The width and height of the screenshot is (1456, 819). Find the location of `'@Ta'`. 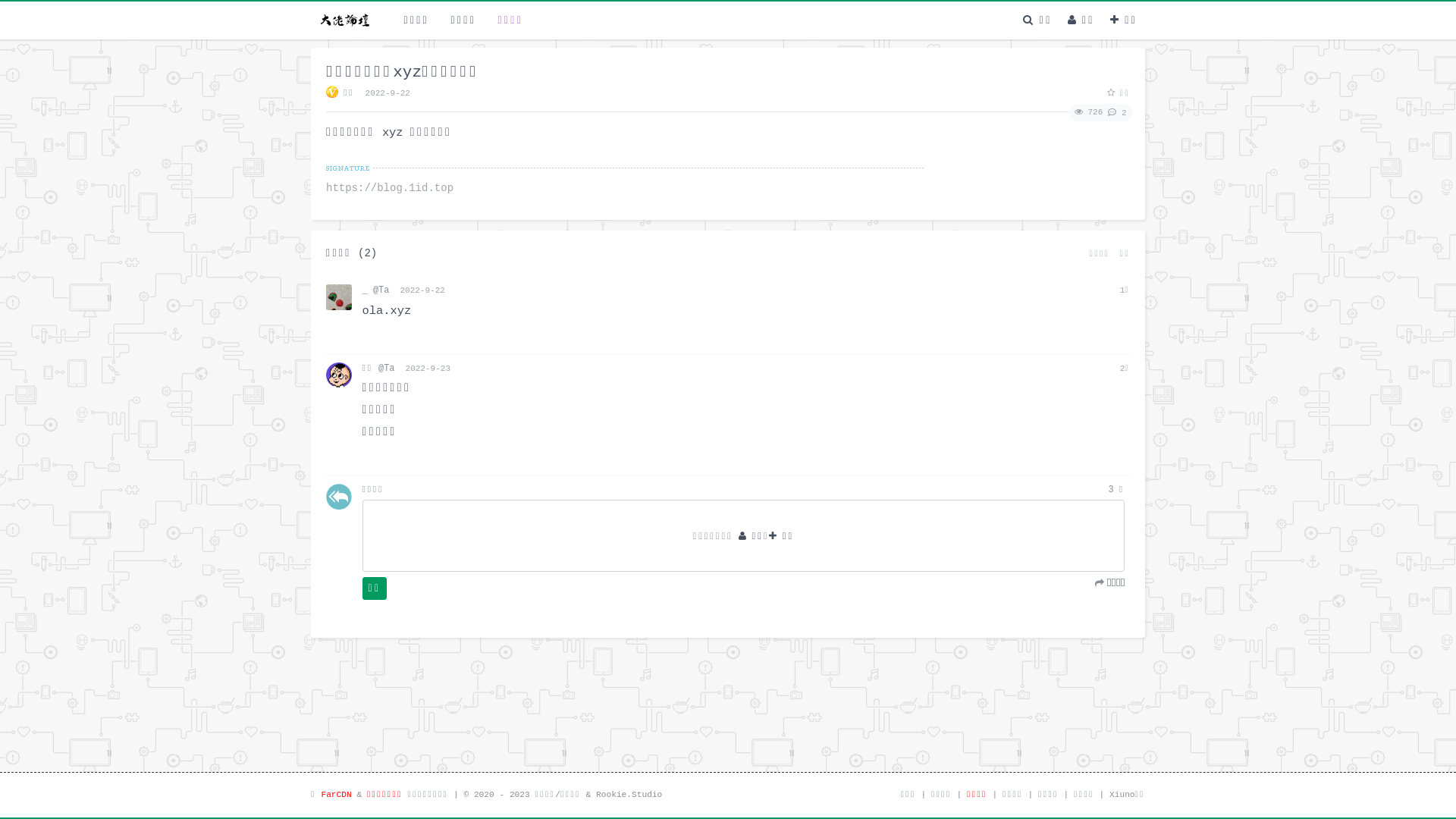

'@Ta' is located at coordinates (372, 290).